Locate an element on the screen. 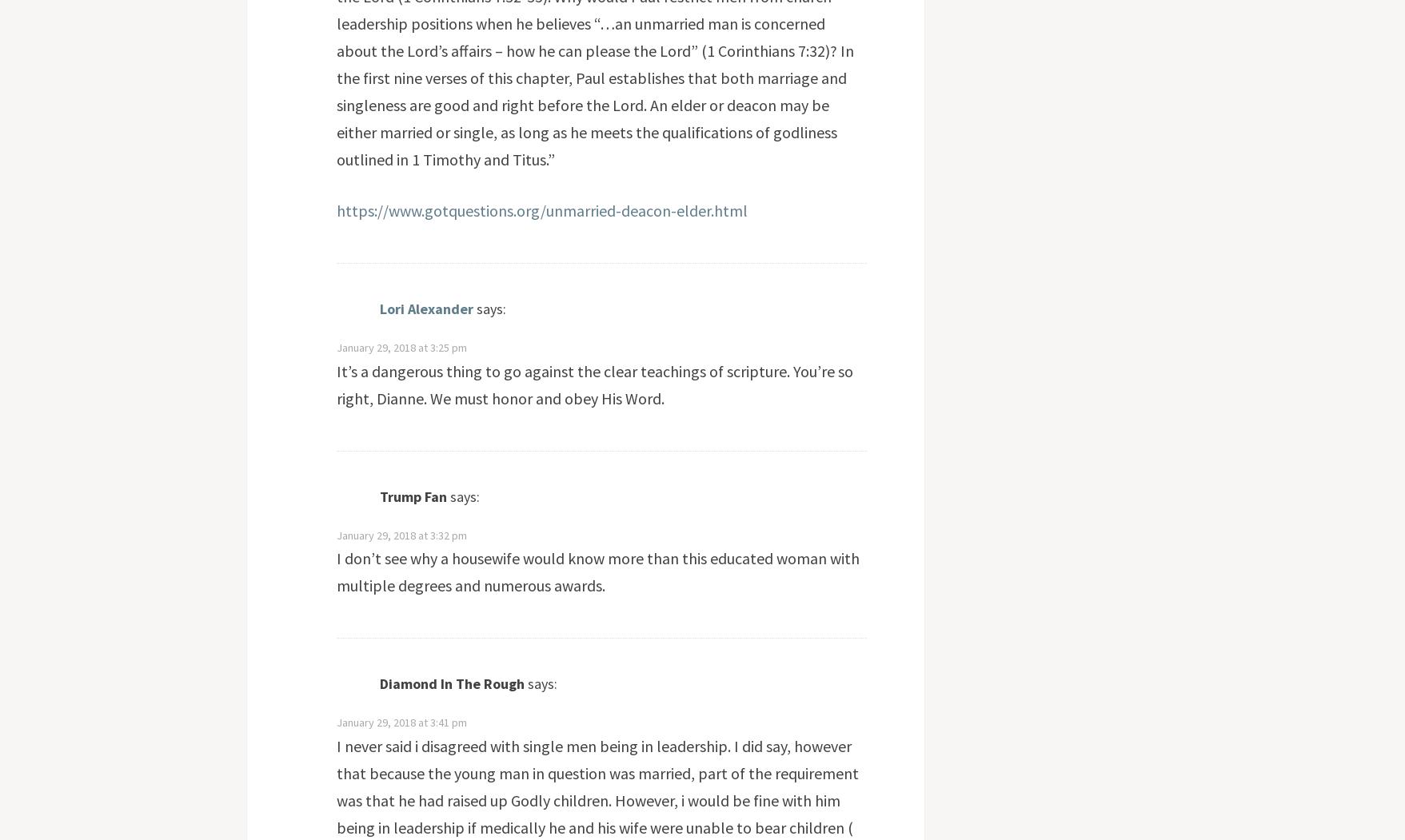  'January 29, 2018 at 3:41 pm' is located at coordinates (400, 722).